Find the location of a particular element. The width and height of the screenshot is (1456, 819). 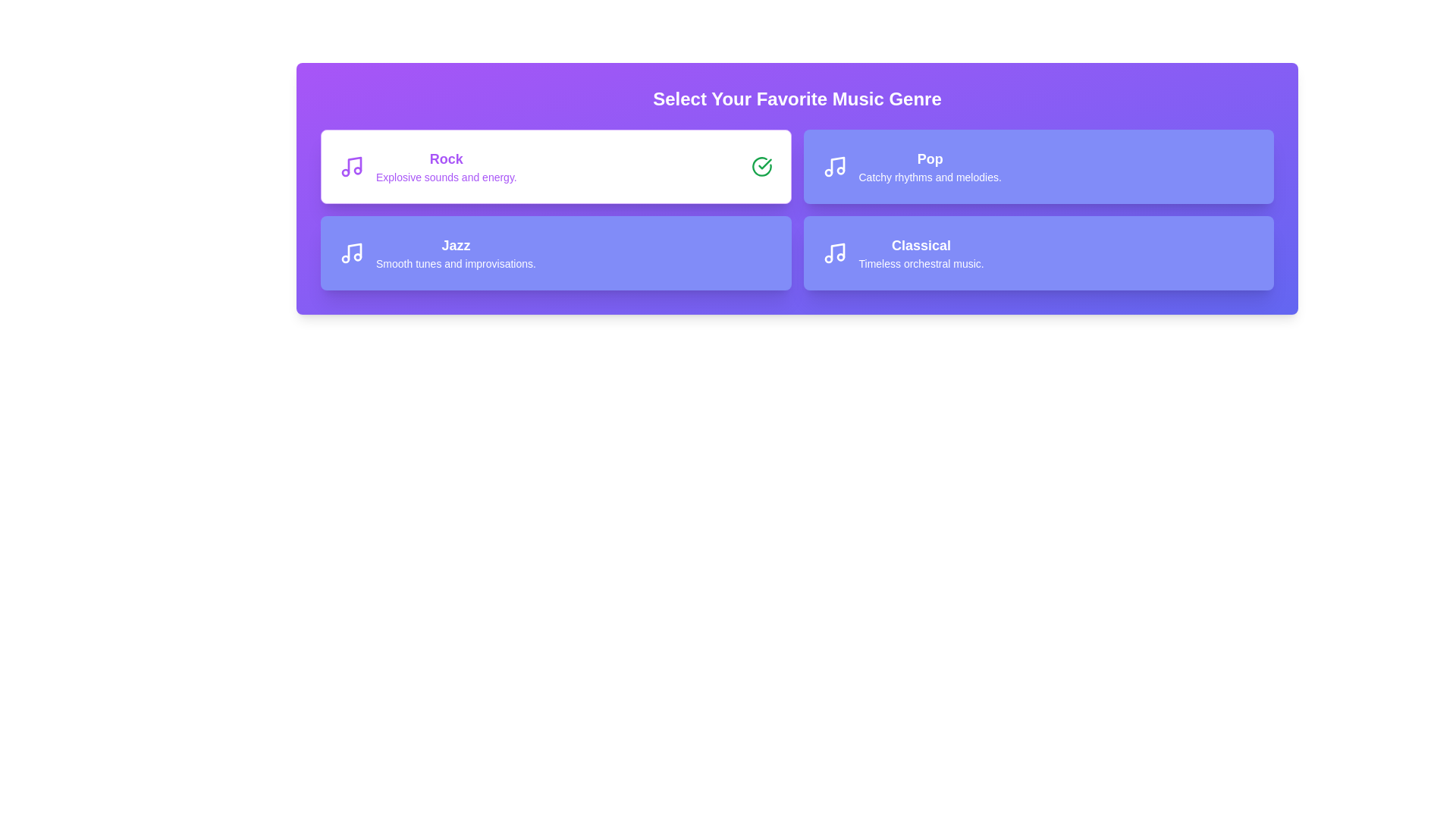

the text label displaying 'Smooth tunes and improvisations.' which is styled in white on a blue background, located below the 'Jazz' text in the music genre section is located at coordinates (455, 262).